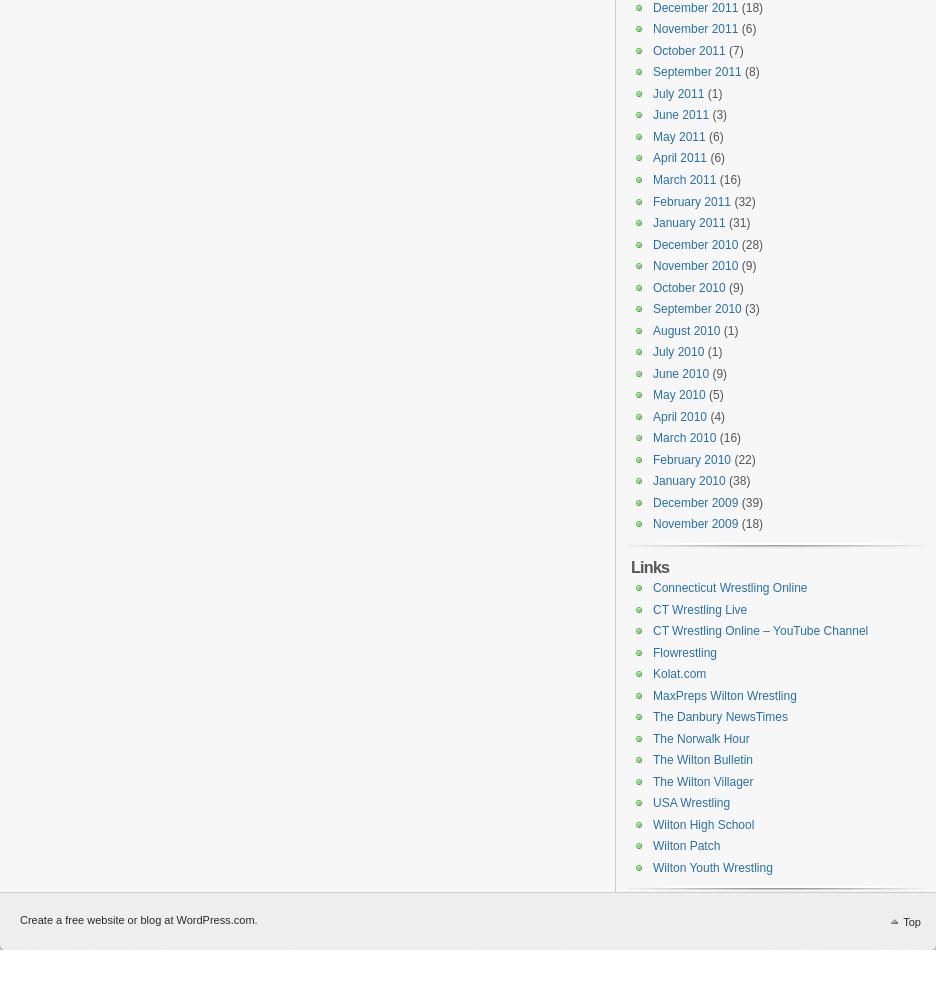 This screenshot has width=936, height=1001. What do you see at coordinates (728, 587) in the screenshot?
I see `'Connecticut Wrestling Online'` at bounding box center [728, 587].